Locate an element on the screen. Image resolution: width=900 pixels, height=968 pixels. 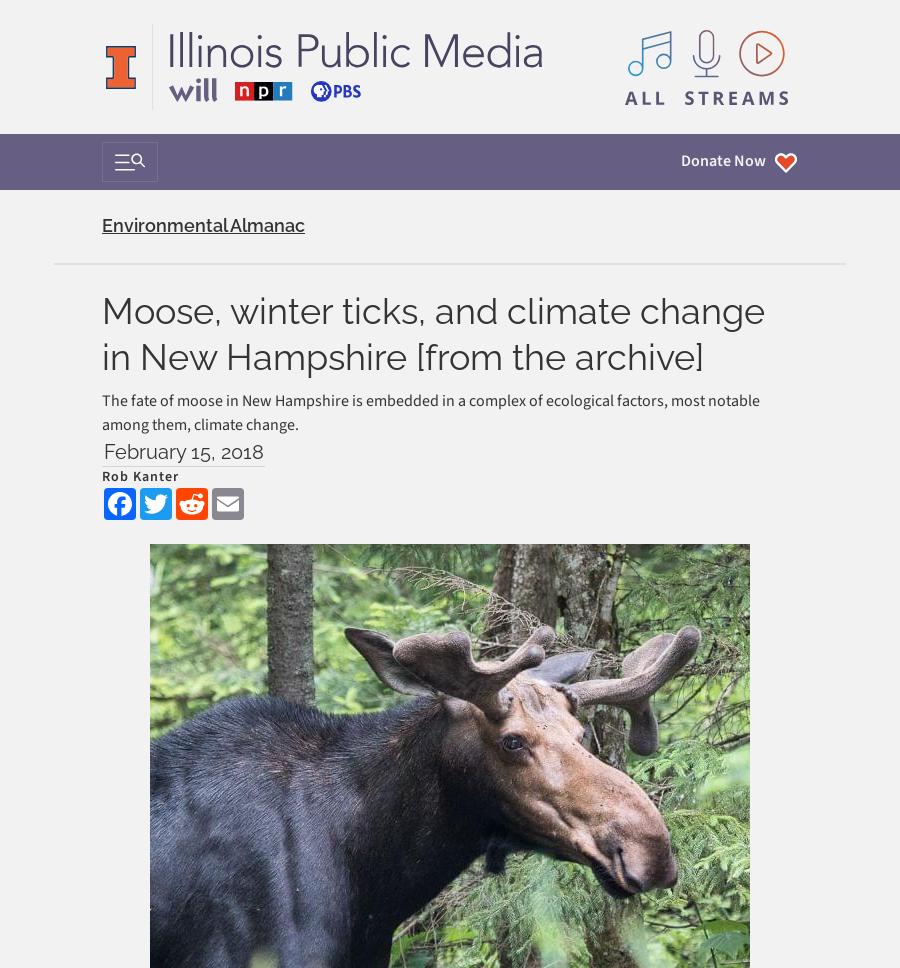
'WILL Travel & Tours' is located at coordinates (164, 368).